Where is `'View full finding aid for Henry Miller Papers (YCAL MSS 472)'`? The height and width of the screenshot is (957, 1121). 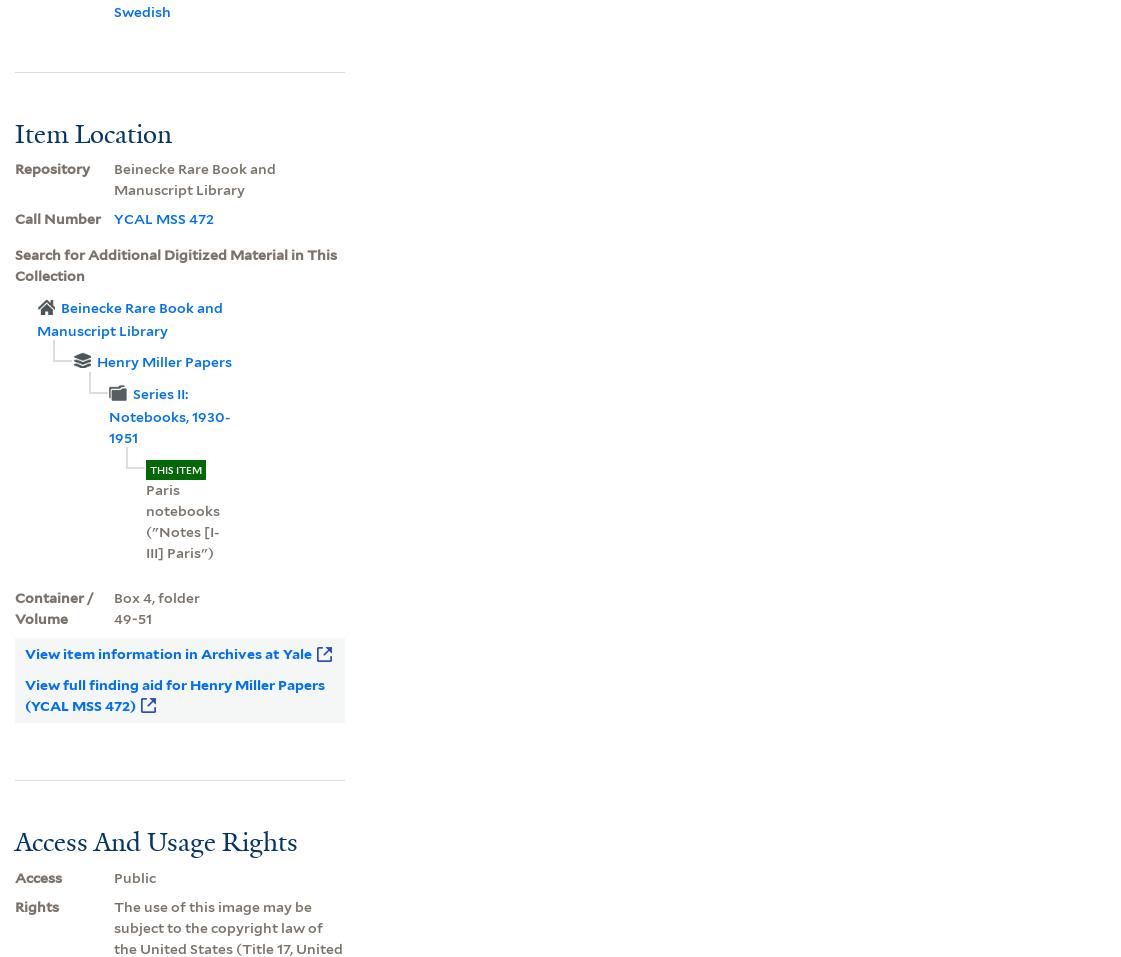
'View full finding aid for Henry Miller Papers (YCAL MSS 472)' is located at coordinates (172, 694).